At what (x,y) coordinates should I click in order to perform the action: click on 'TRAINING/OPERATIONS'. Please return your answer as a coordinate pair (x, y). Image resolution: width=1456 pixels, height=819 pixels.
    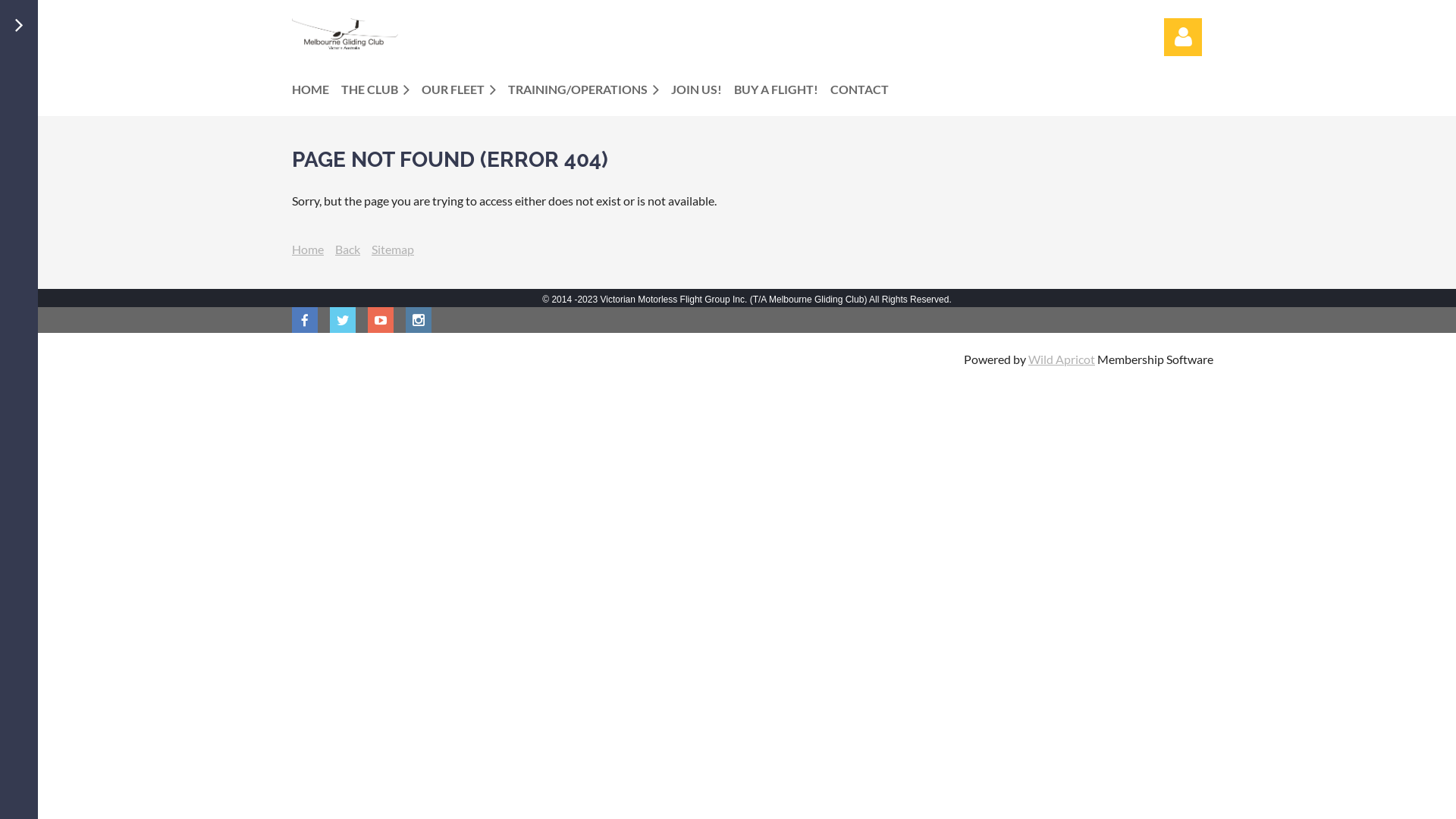
    Looking at the image, I should click on (588, 89).